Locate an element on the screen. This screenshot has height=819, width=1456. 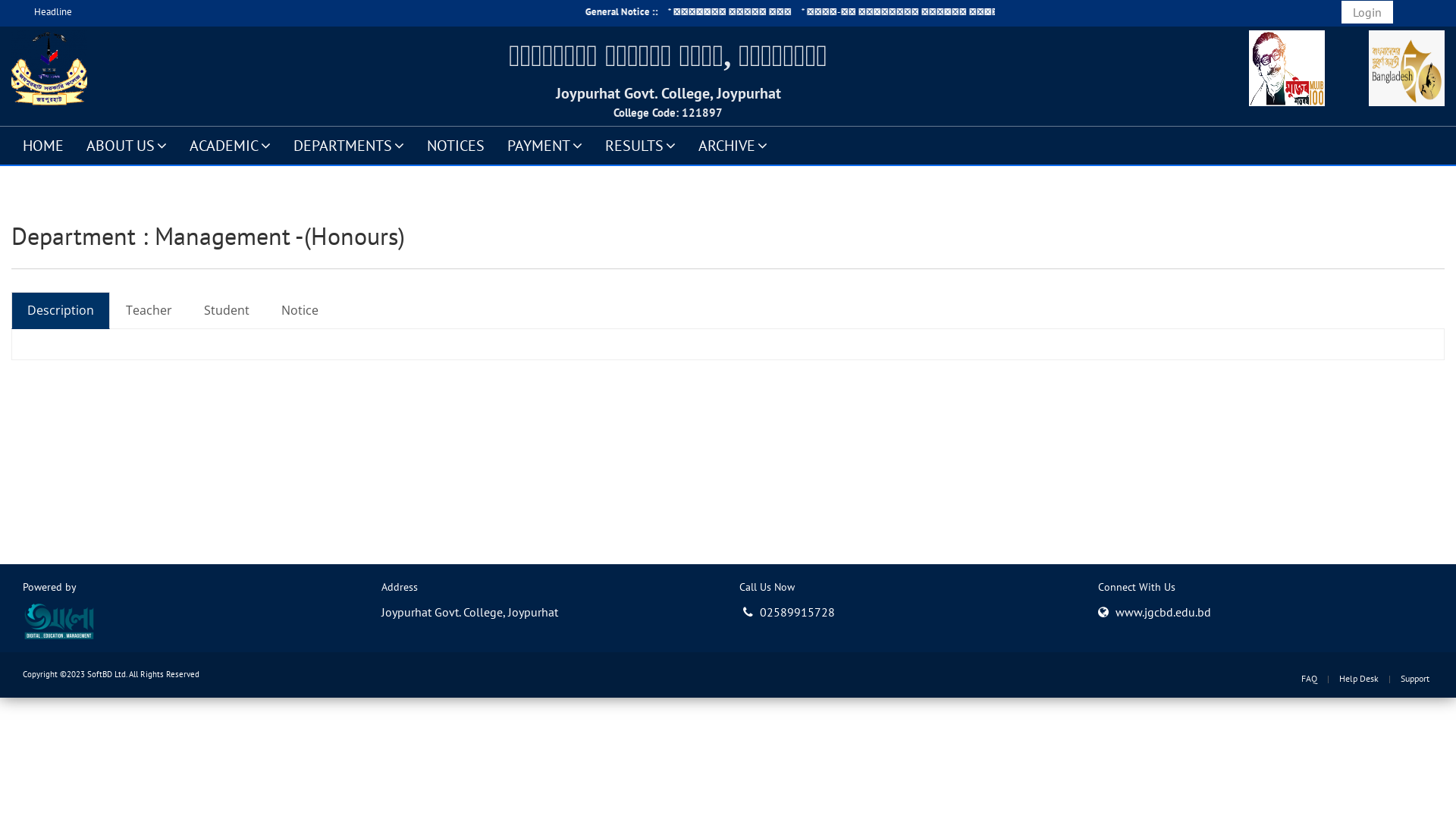
'Student' is located at coordinates (187, 309).